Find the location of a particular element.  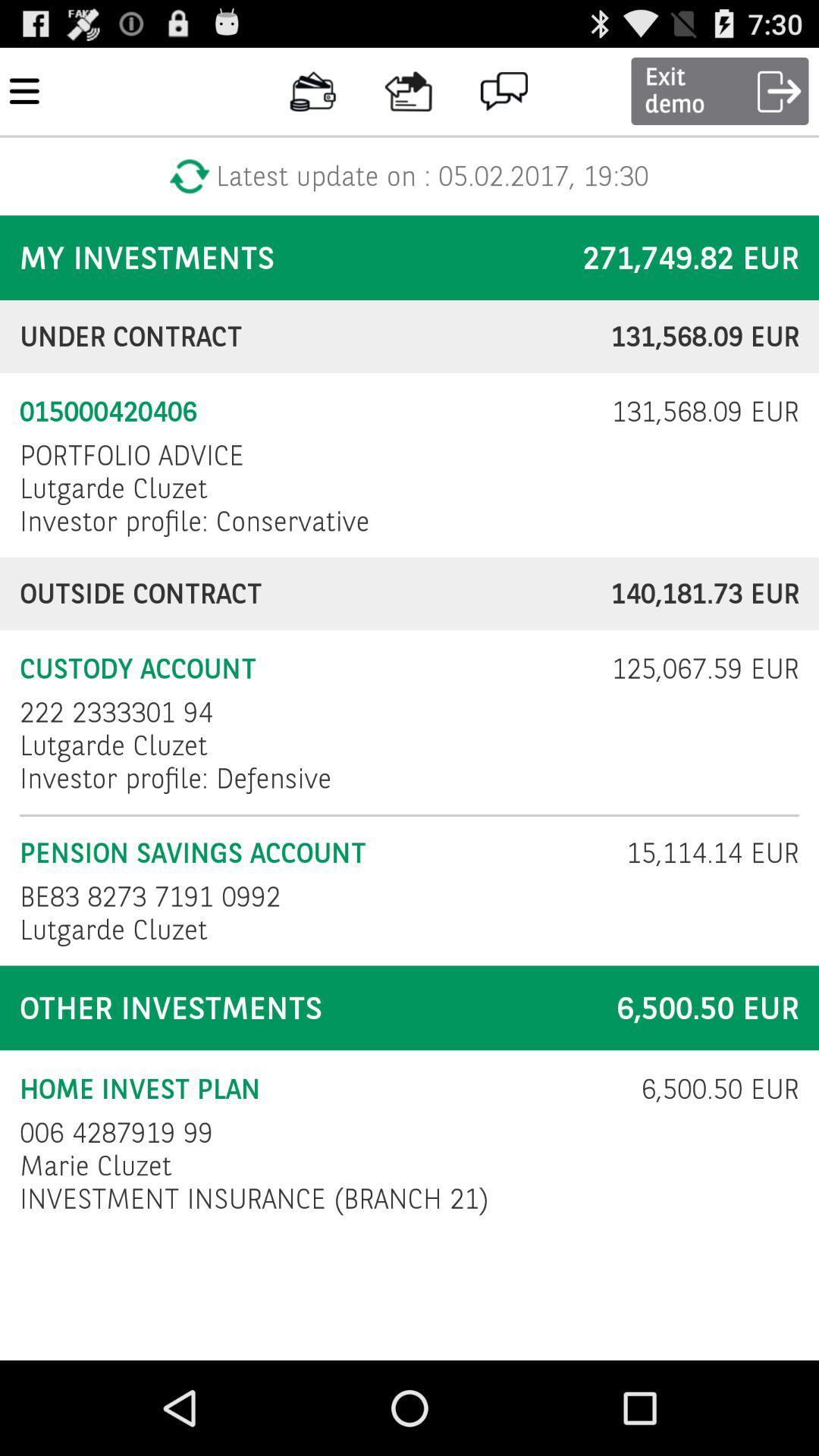

item below the outside contract is located at coordinates (695, 668).